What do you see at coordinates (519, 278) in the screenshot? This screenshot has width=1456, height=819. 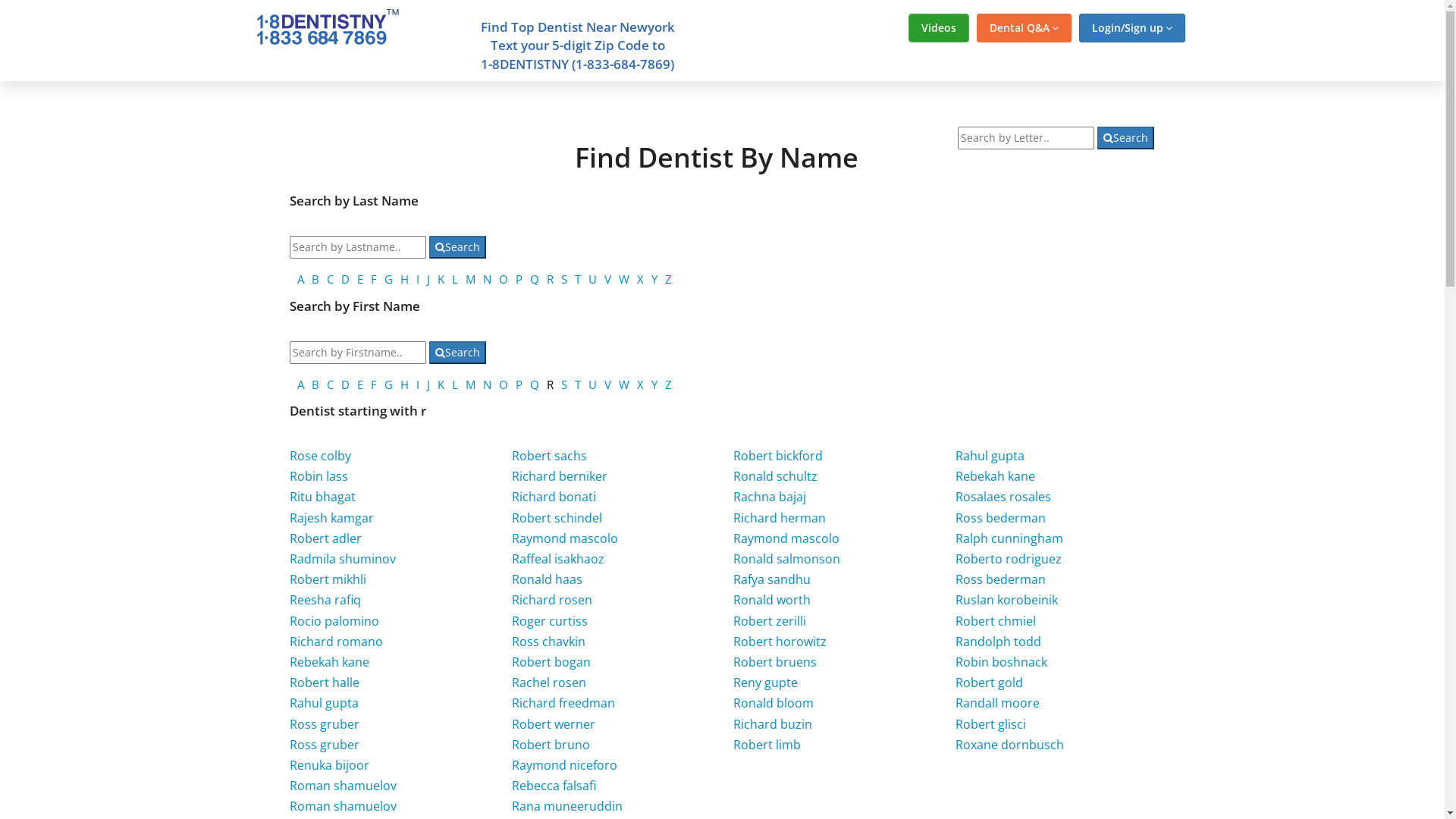 I see `'P'` at bounding box center [519, 278].